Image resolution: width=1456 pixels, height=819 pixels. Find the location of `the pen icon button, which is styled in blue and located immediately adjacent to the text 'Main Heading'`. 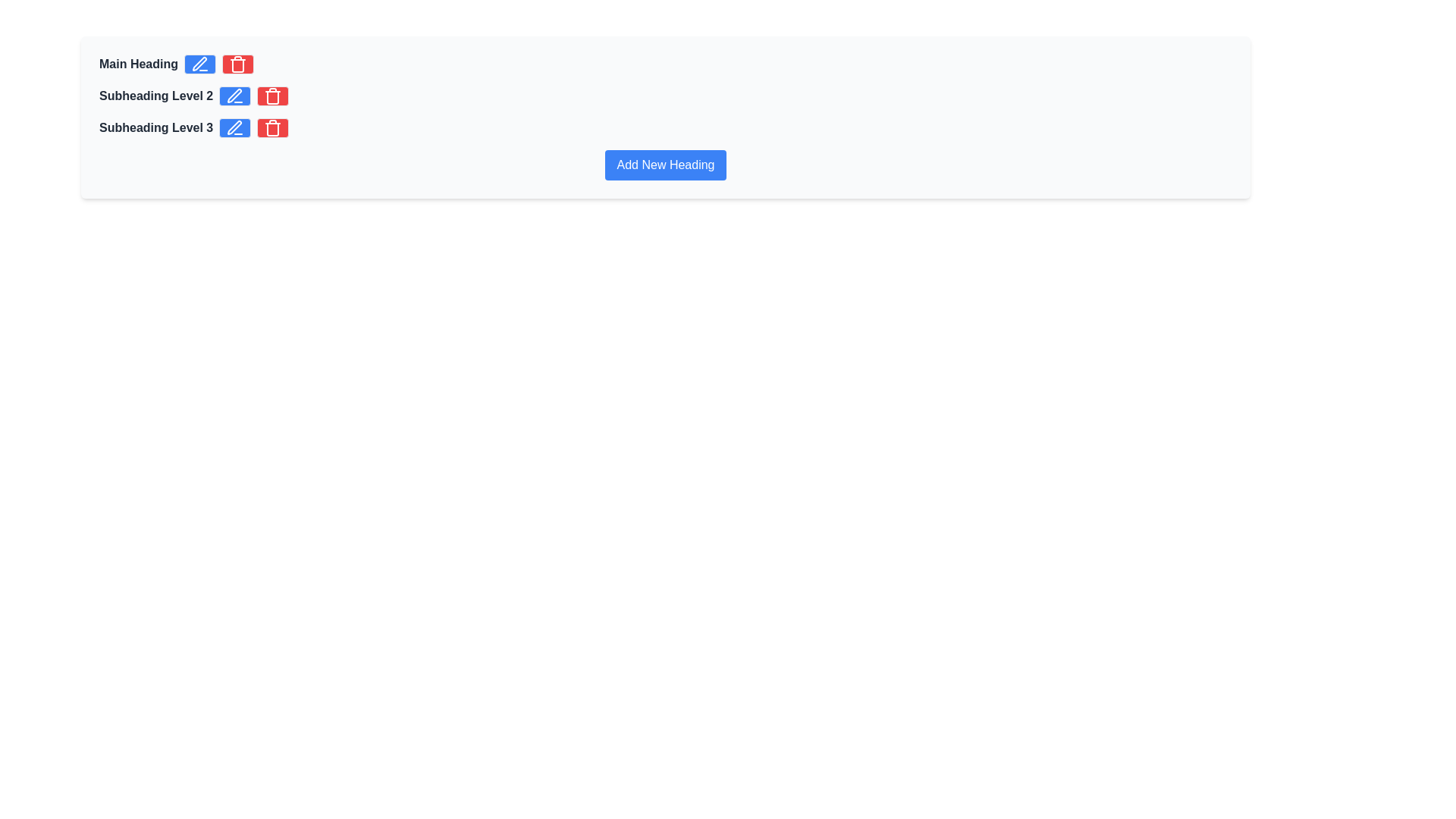

the pen icon button, which is styled in blue and located immediately adjacent to the text 'Main Heading' is located at coordinates (199, 63).